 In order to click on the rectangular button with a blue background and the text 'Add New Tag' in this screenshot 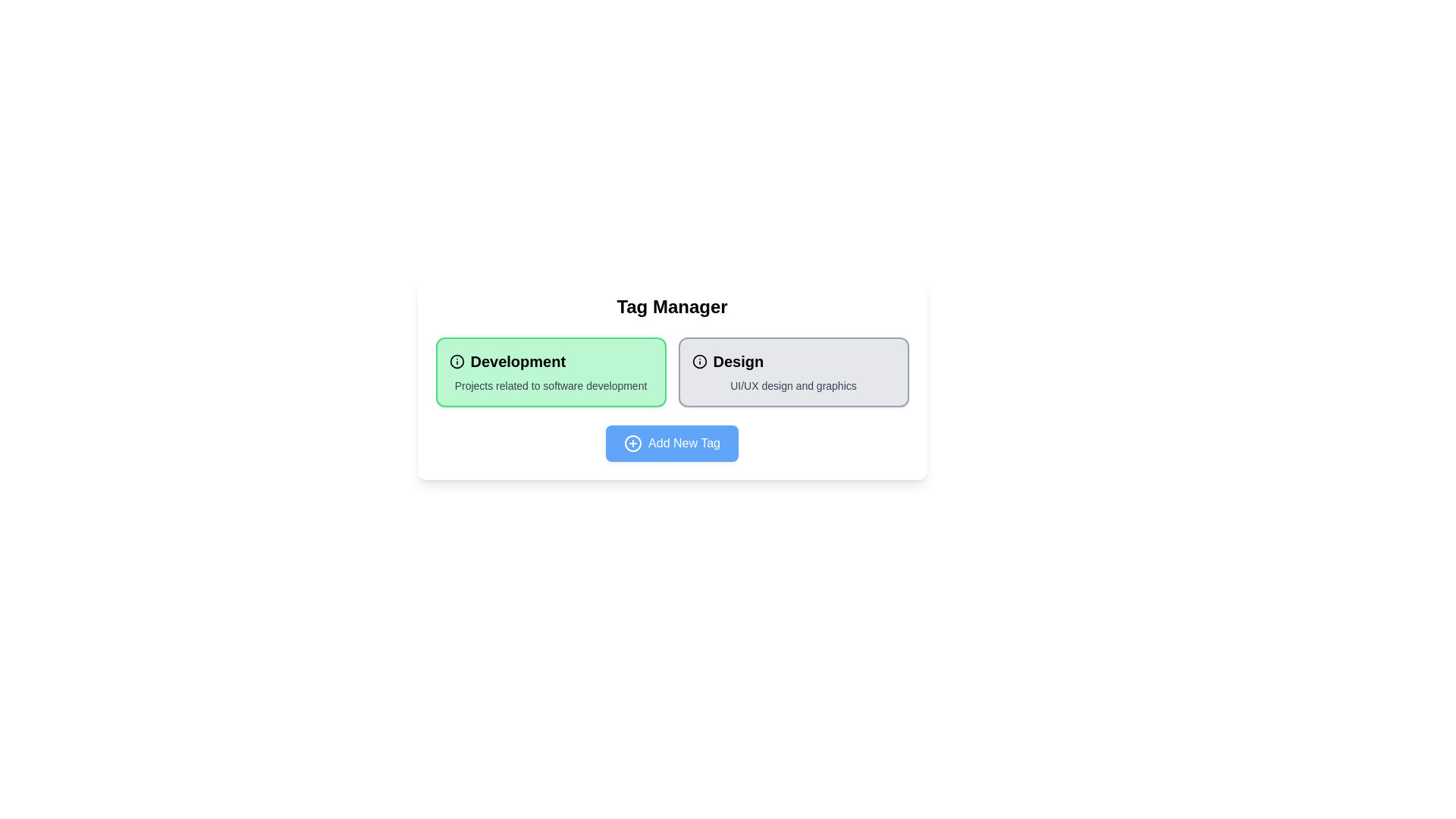, I will do `click(671, 444)`.